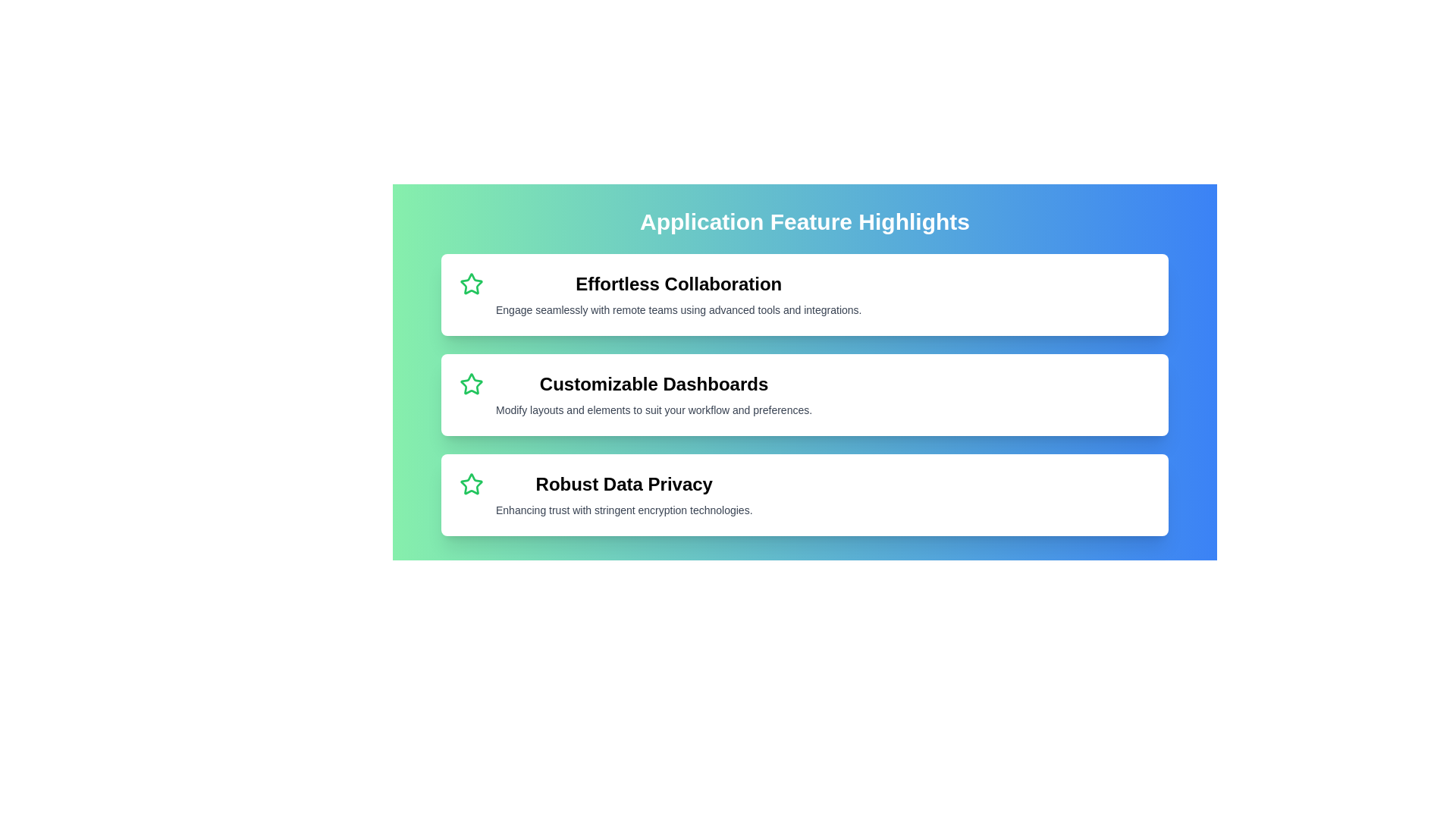 This screenshot has height=819, width=1456. Describe the element at coordinates (624, 494) in the screenshot. I see `textual content block that is the third item in the vertical list of feature highlights, located beneath 'Effortless Collaboration' and 'Customizable Dashboards'` at that location.